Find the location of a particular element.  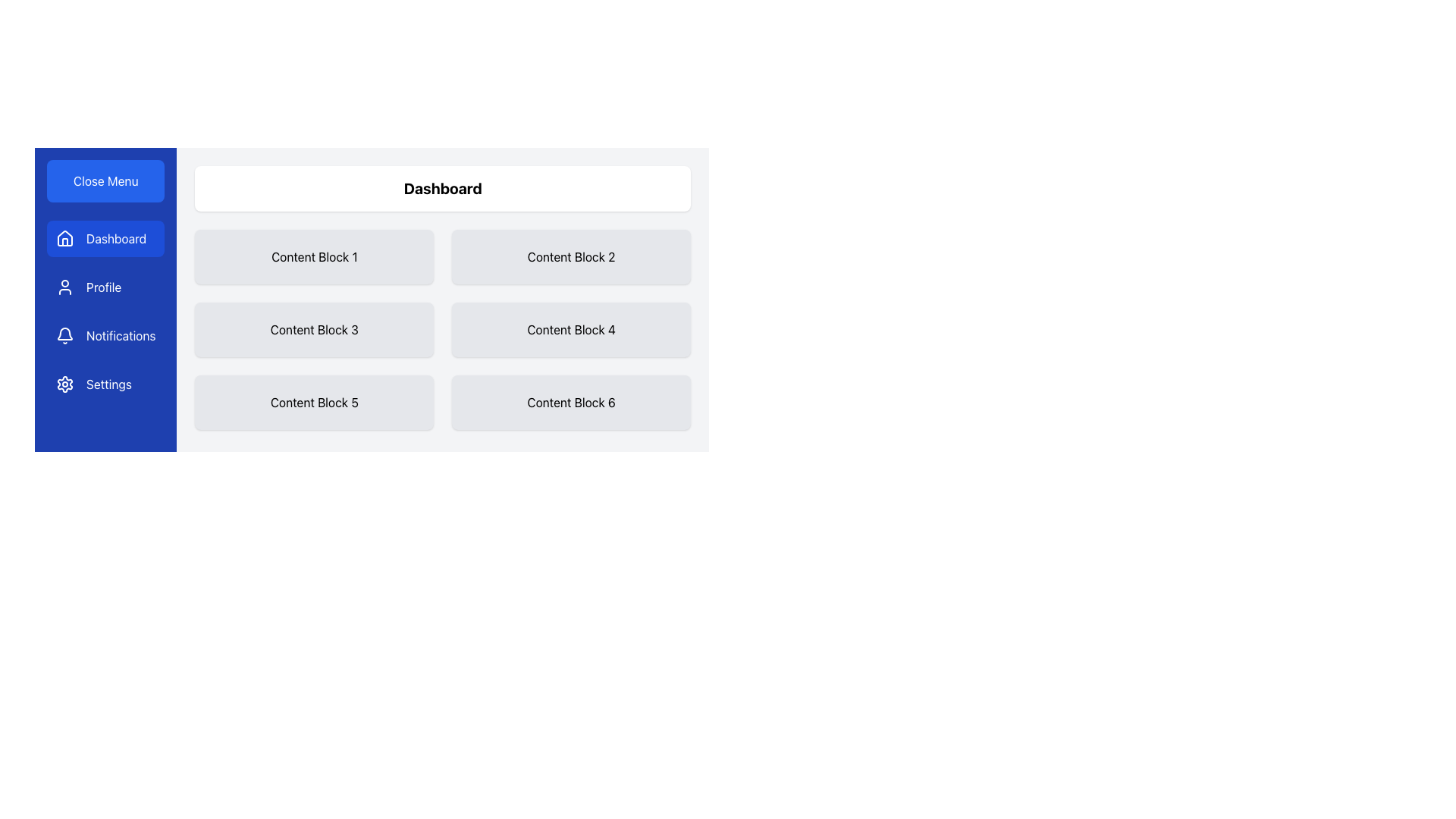

the non-interactive Content Block 1, which is located at the top left of the 2-column grid layout under the heading 'Dashboard' is located at coordinates (313, 256).